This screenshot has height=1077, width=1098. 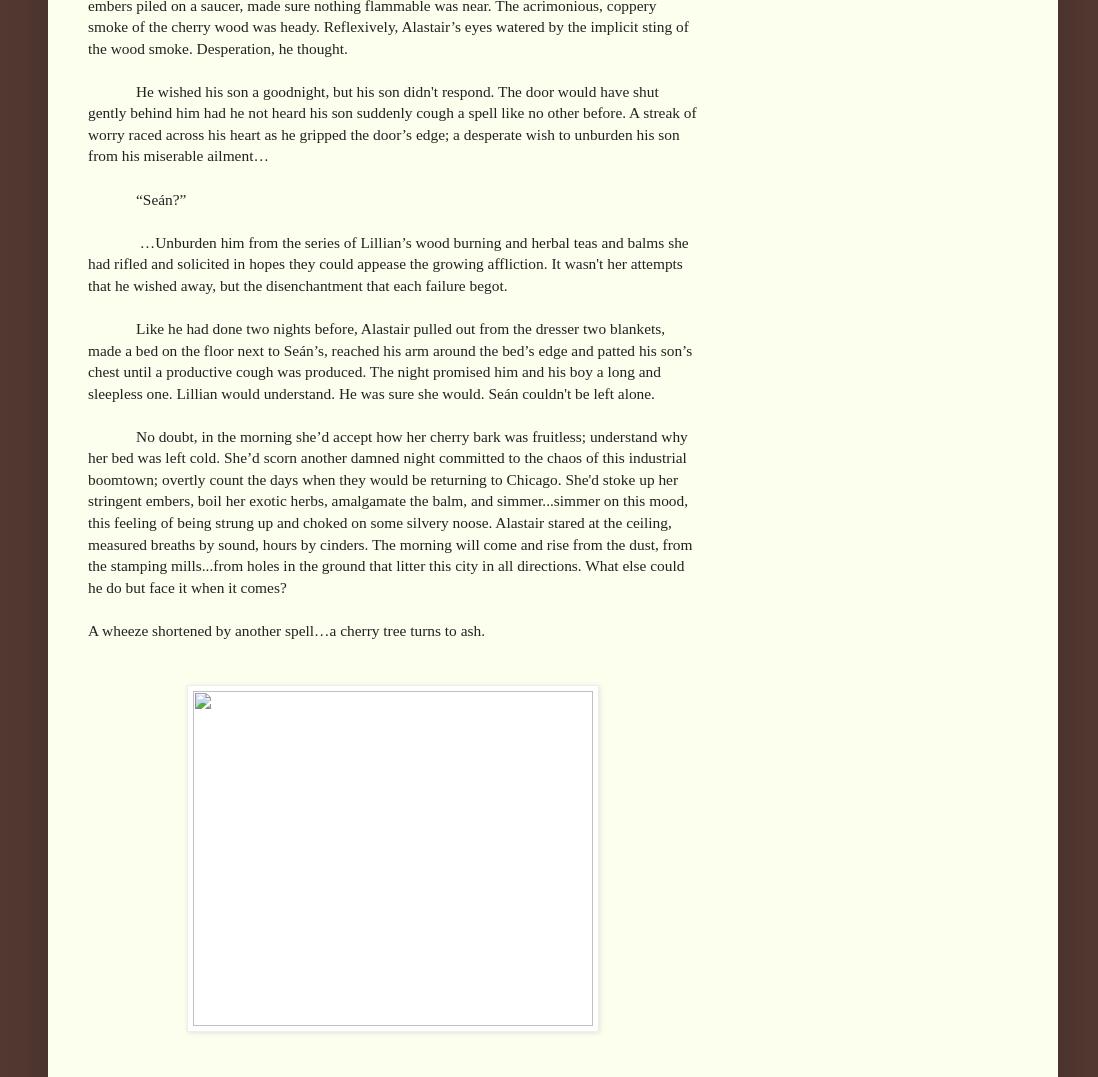 What do you see at coordinates (359, 543) in the screenshot?
I see `'cinders. The'` at bounding box center [359, 543].